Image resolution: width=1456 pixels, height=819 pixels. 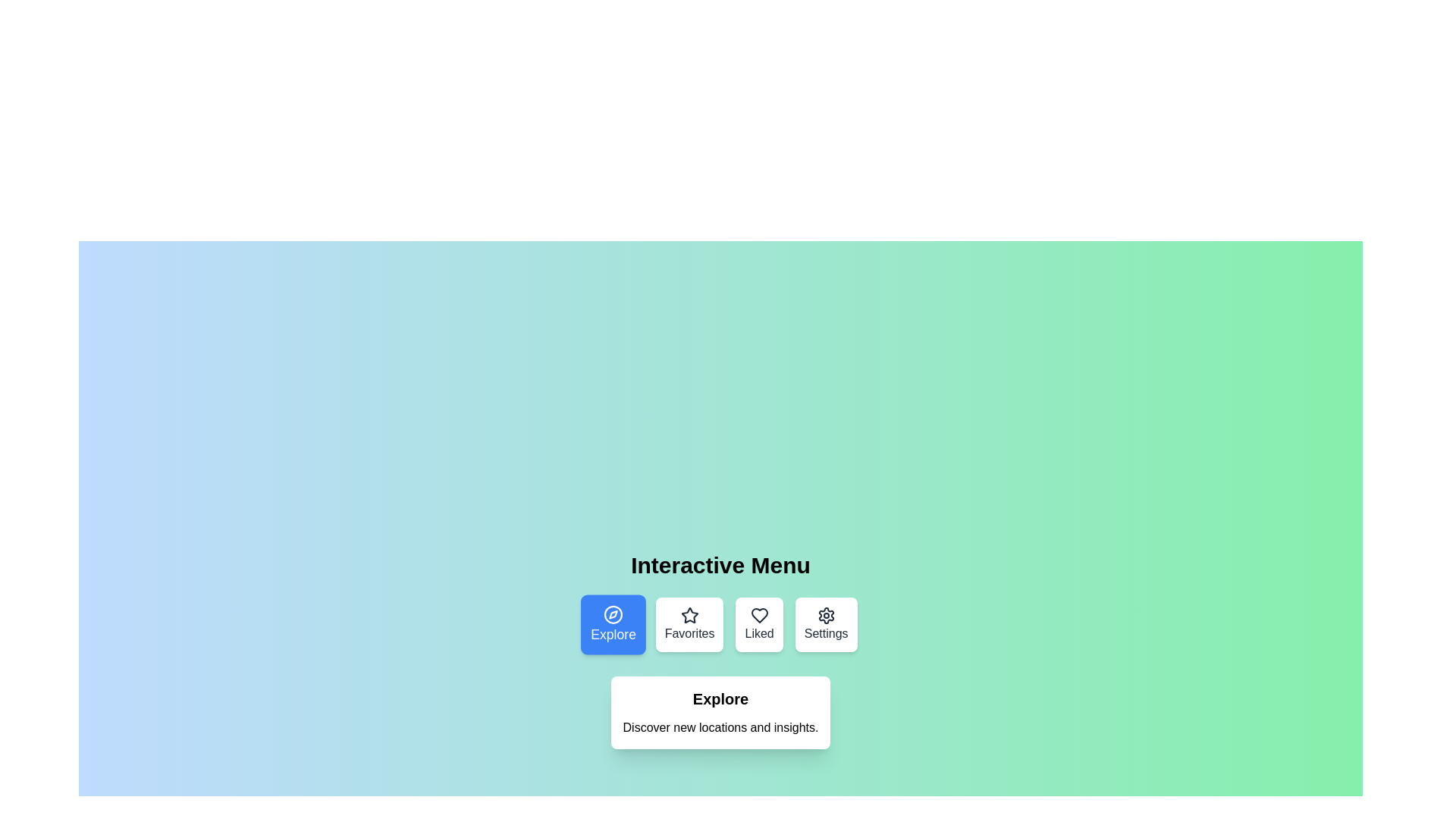 I want to click on the menu option Favorites, so click(x=689, y=625).